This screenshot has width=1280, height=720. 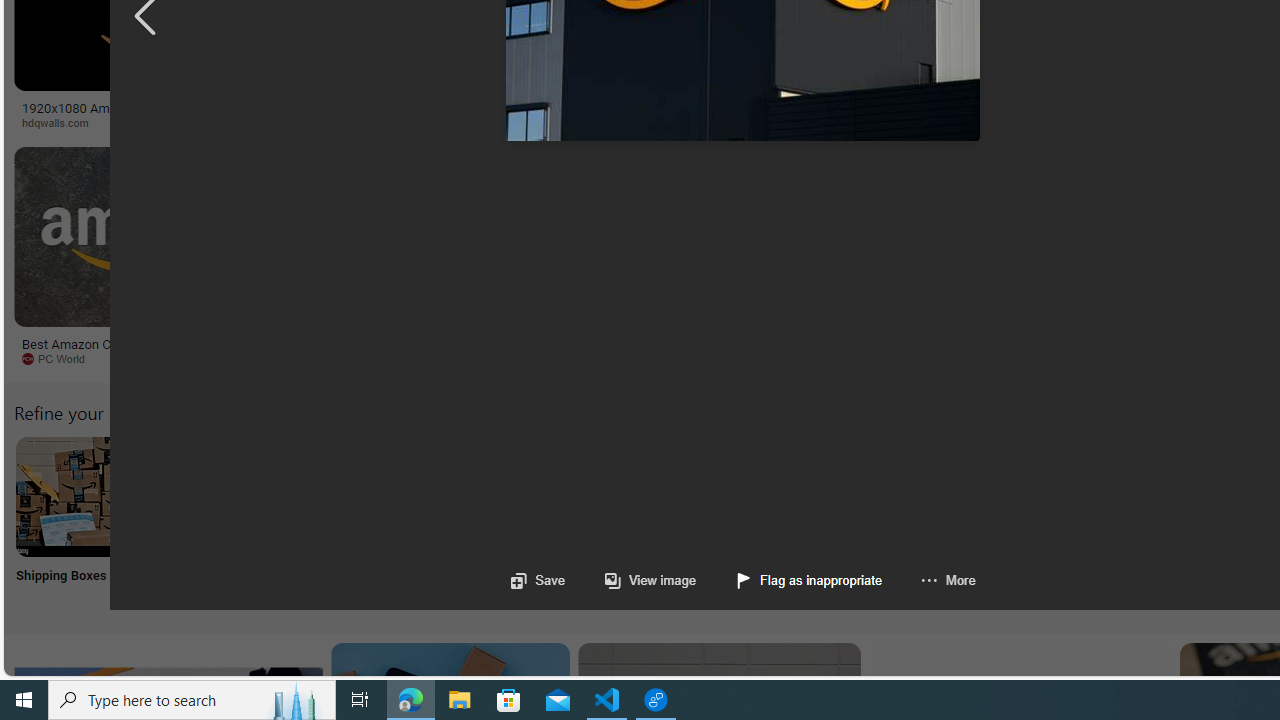 I want to click on 'View image', so click(x=650, y=580).